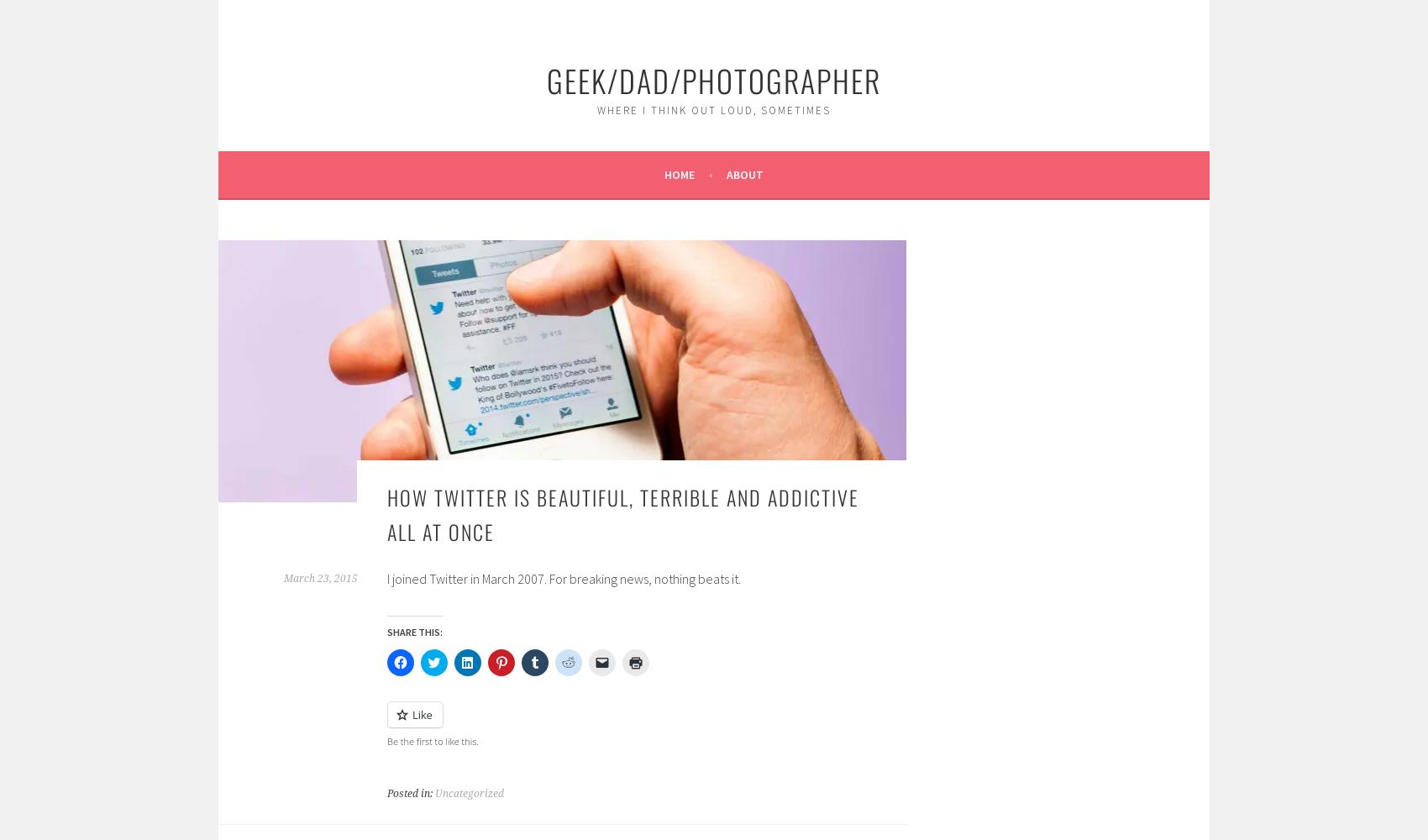  What do you see at coordinates (714, 109) in the screenshot?
I see `'Where I think out loud, sometimes'` at bounding box center [714, 109].